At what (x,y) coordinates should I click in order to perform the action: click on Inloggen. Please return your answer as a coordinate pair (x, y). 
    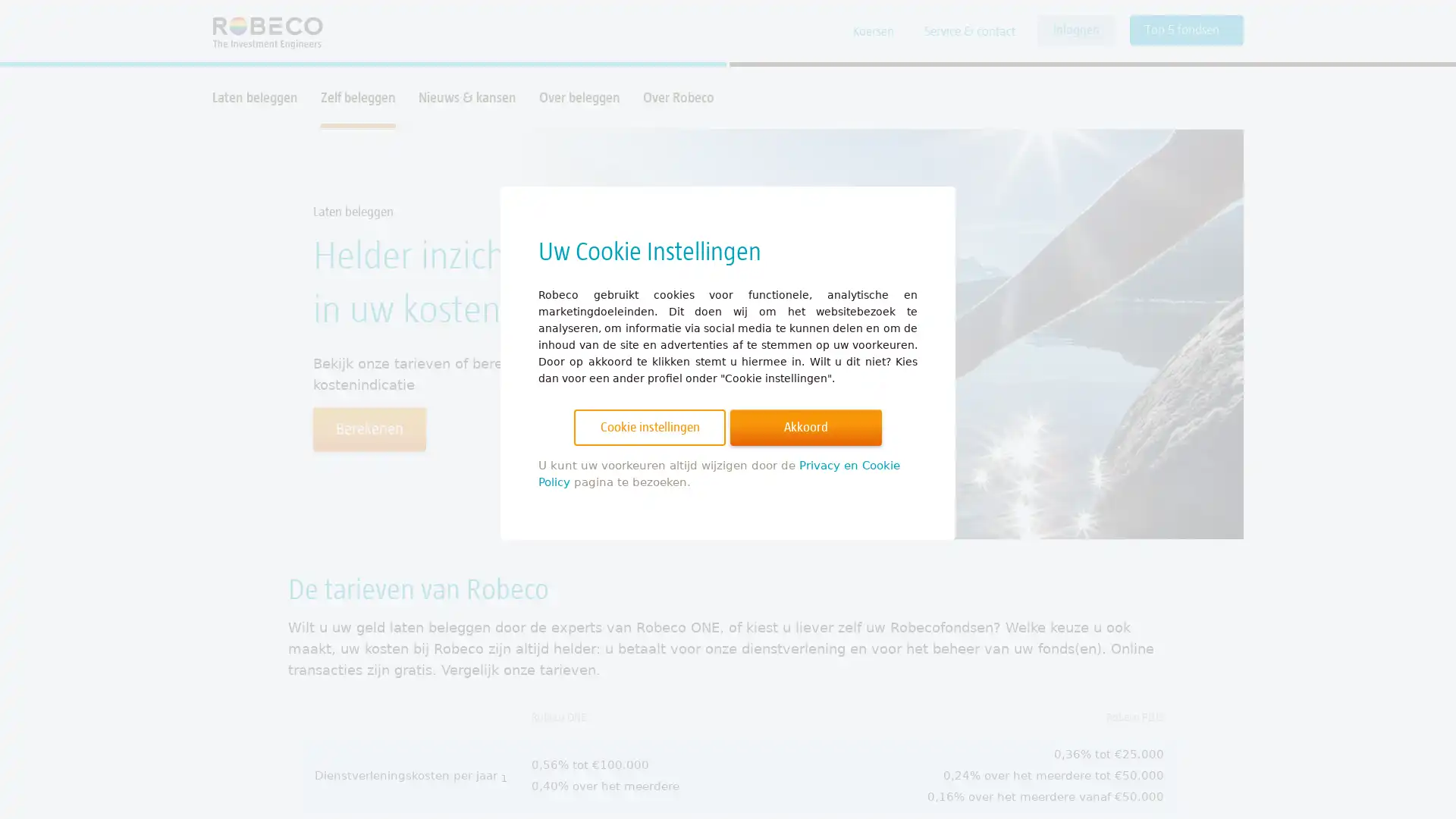
    Looking at the image, I should click on (1075, 30).